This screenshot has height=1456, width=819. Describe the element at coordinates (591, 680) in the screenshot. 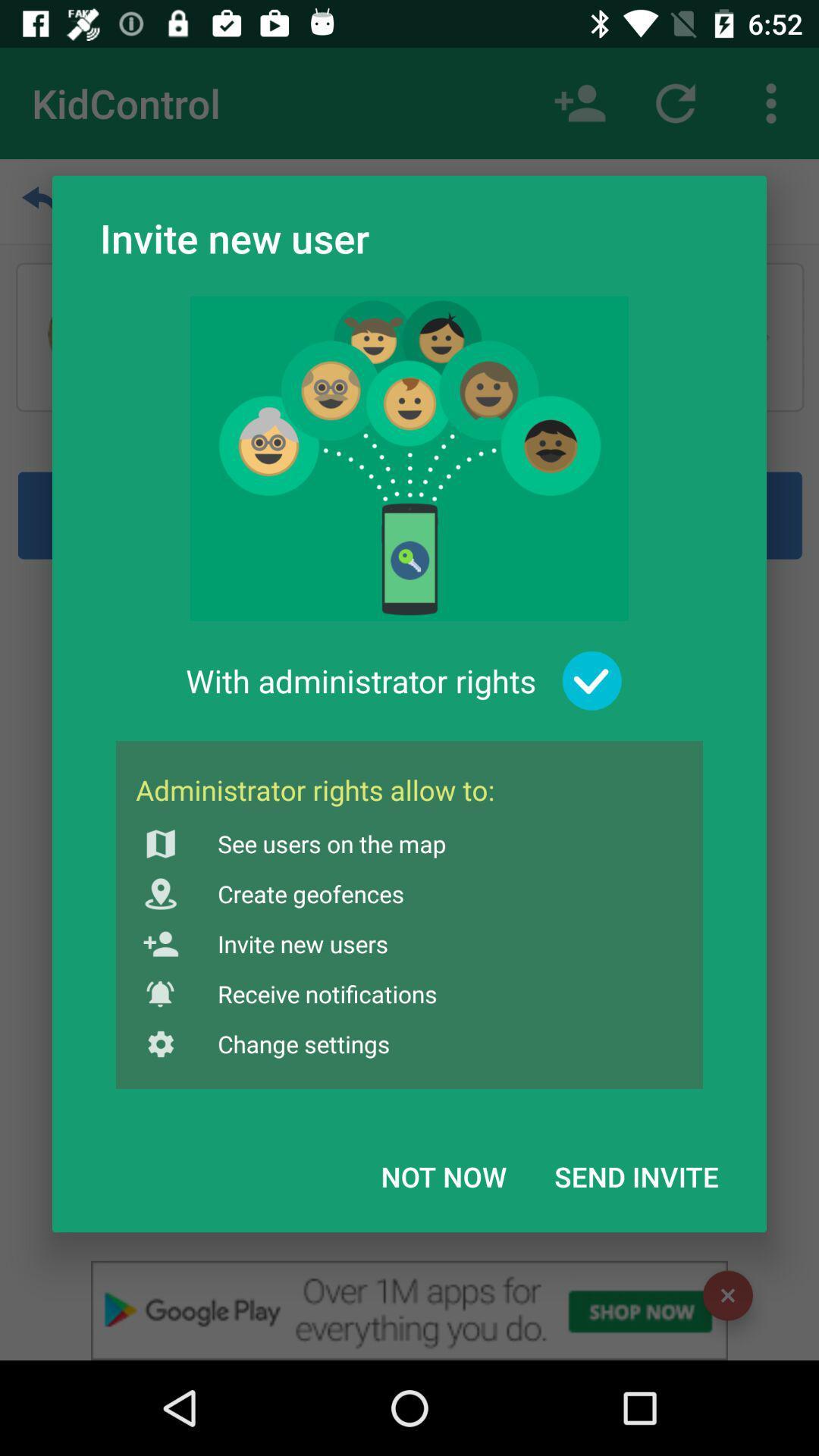

I see `the item above the send invite item` at that location.